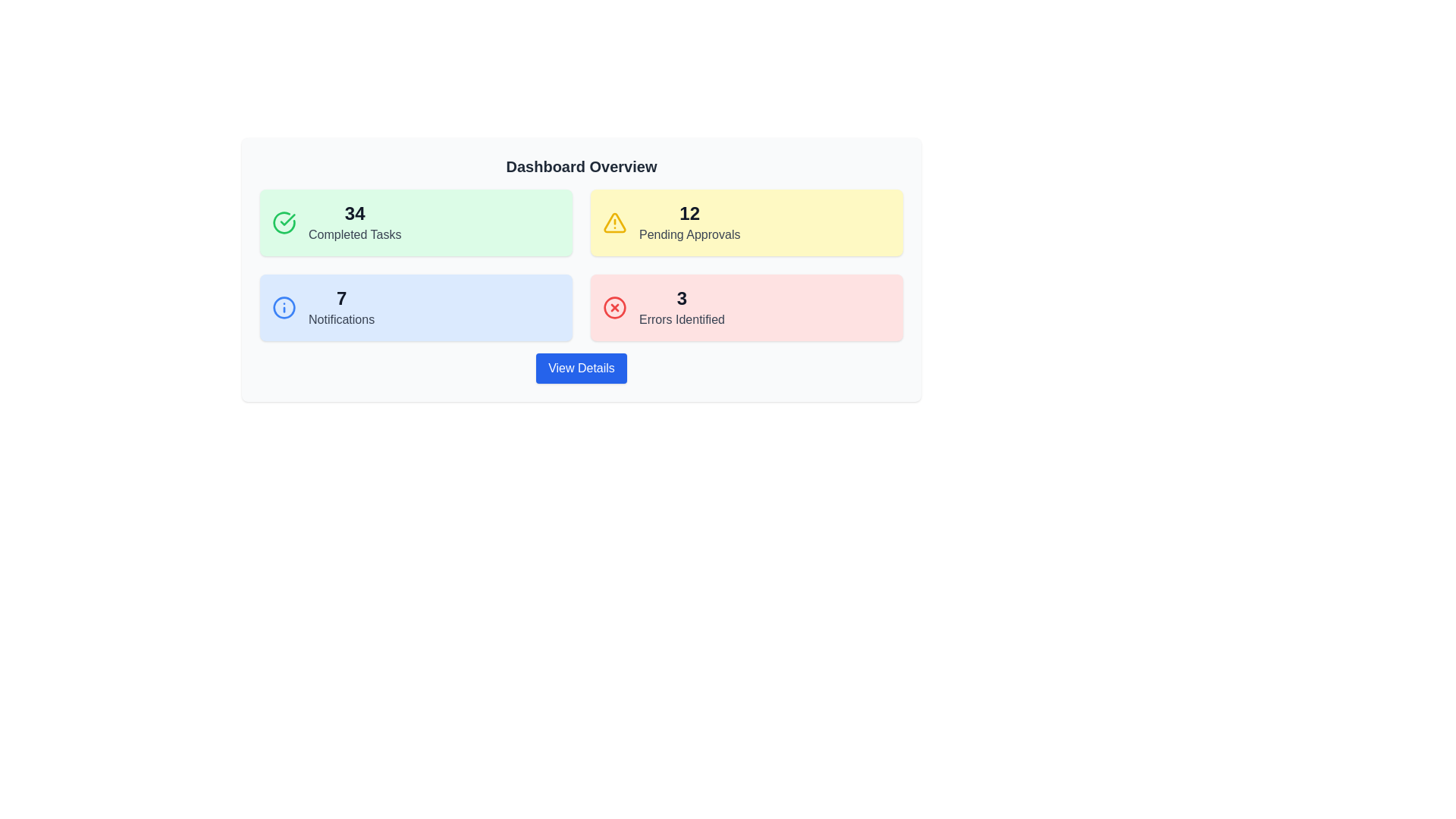 The height and width of the screenshot is (819, 1456). I want to click on the error indication associated with the red circular border icon containing an 'x' symbol located in the bottom-right section titled 'Errors Identified', centered adjacent to the number '3', so click(615, 307).